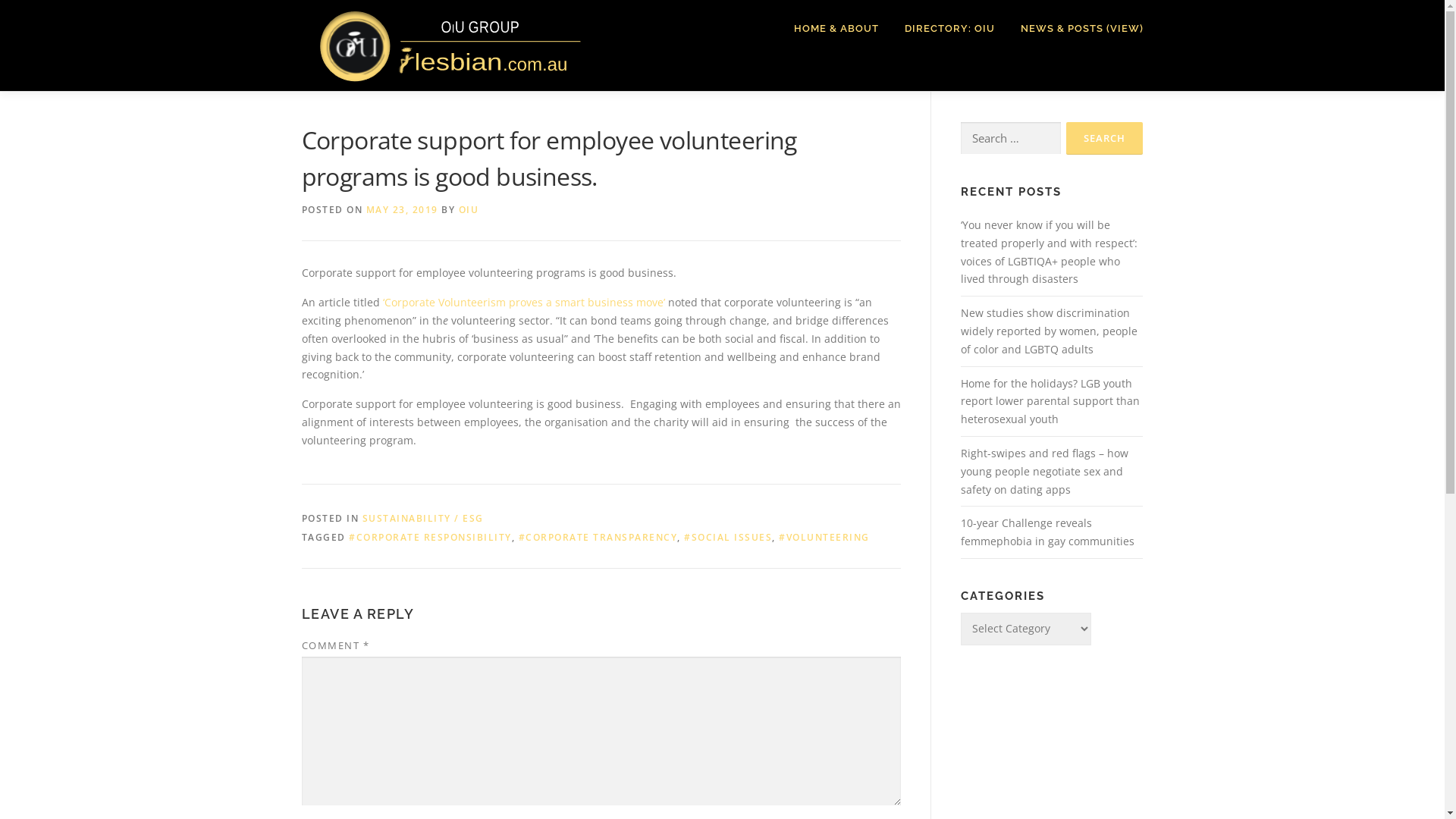  Describe the element at coordinates (823, 536) in the screenshot. I see `'#VOLUNTEERING'` at that location.